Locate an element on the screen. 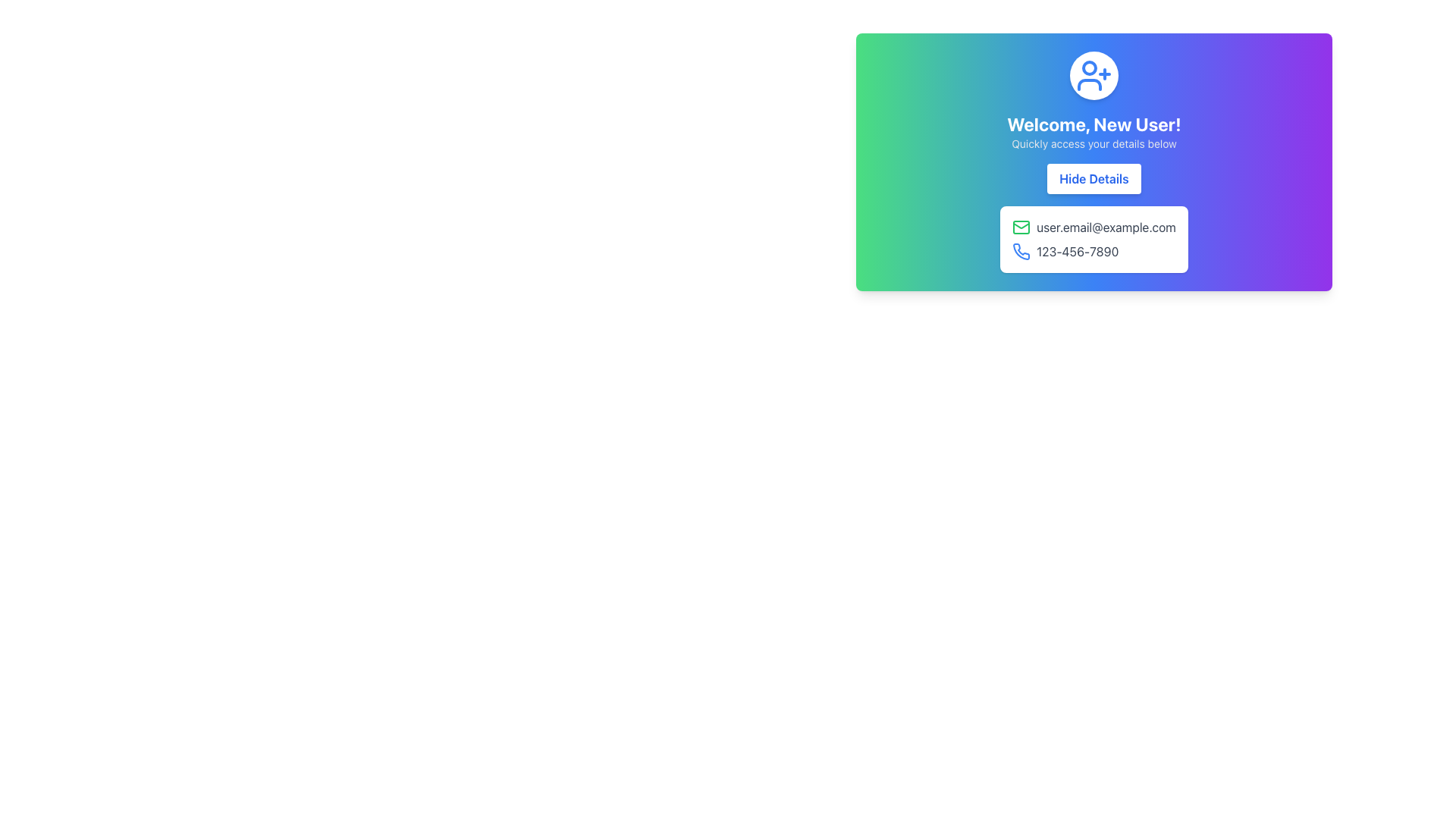 Image resolution: width=1456 pixels, height=819 pixels. the static text displaying the formatted phone number, located to the right of the telephone icon and below the email address block within the user details card is located at coordinates (1077, 250).